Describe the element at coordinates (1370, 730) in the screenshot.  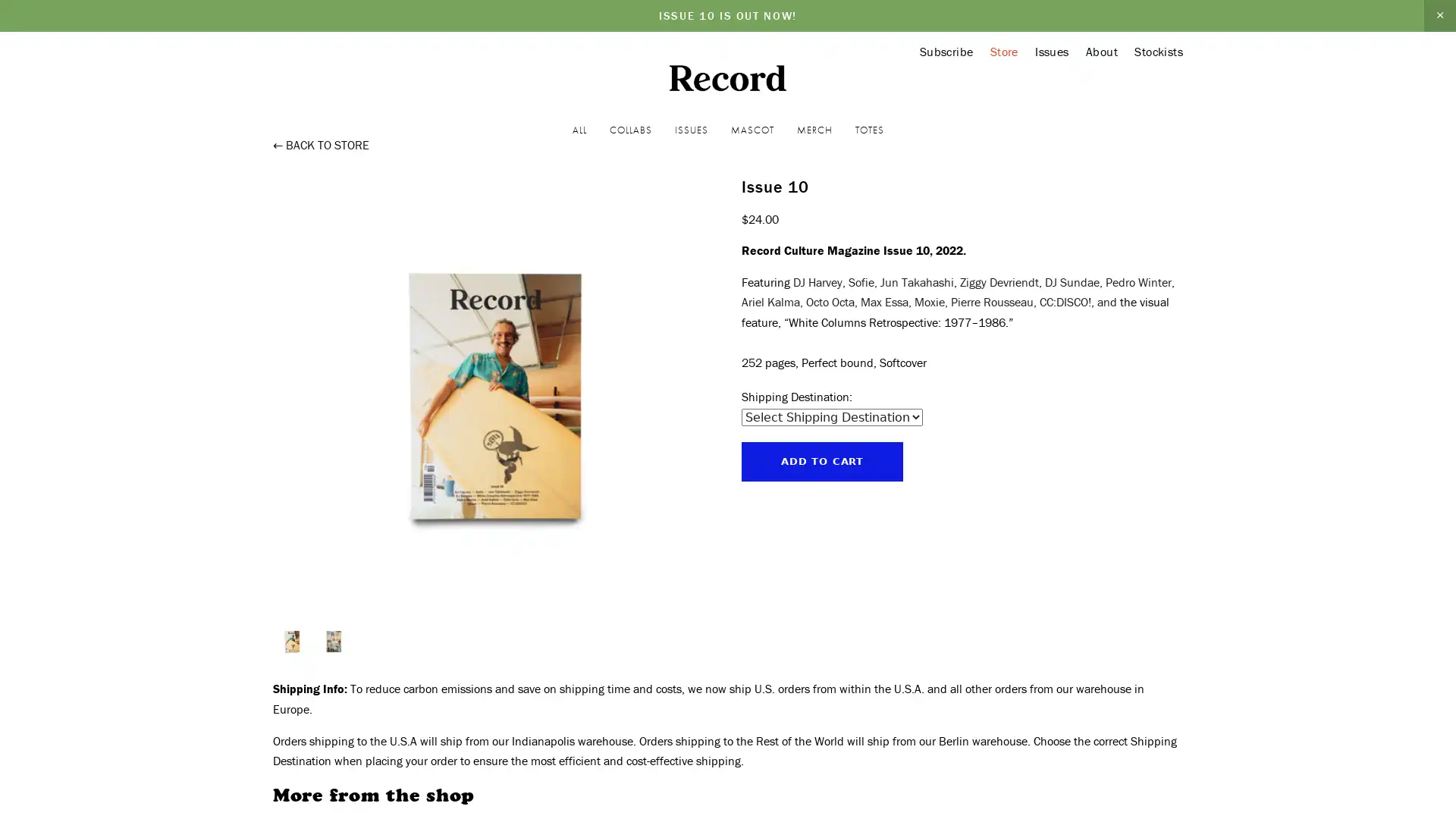
I see `Sign Up` at that location.